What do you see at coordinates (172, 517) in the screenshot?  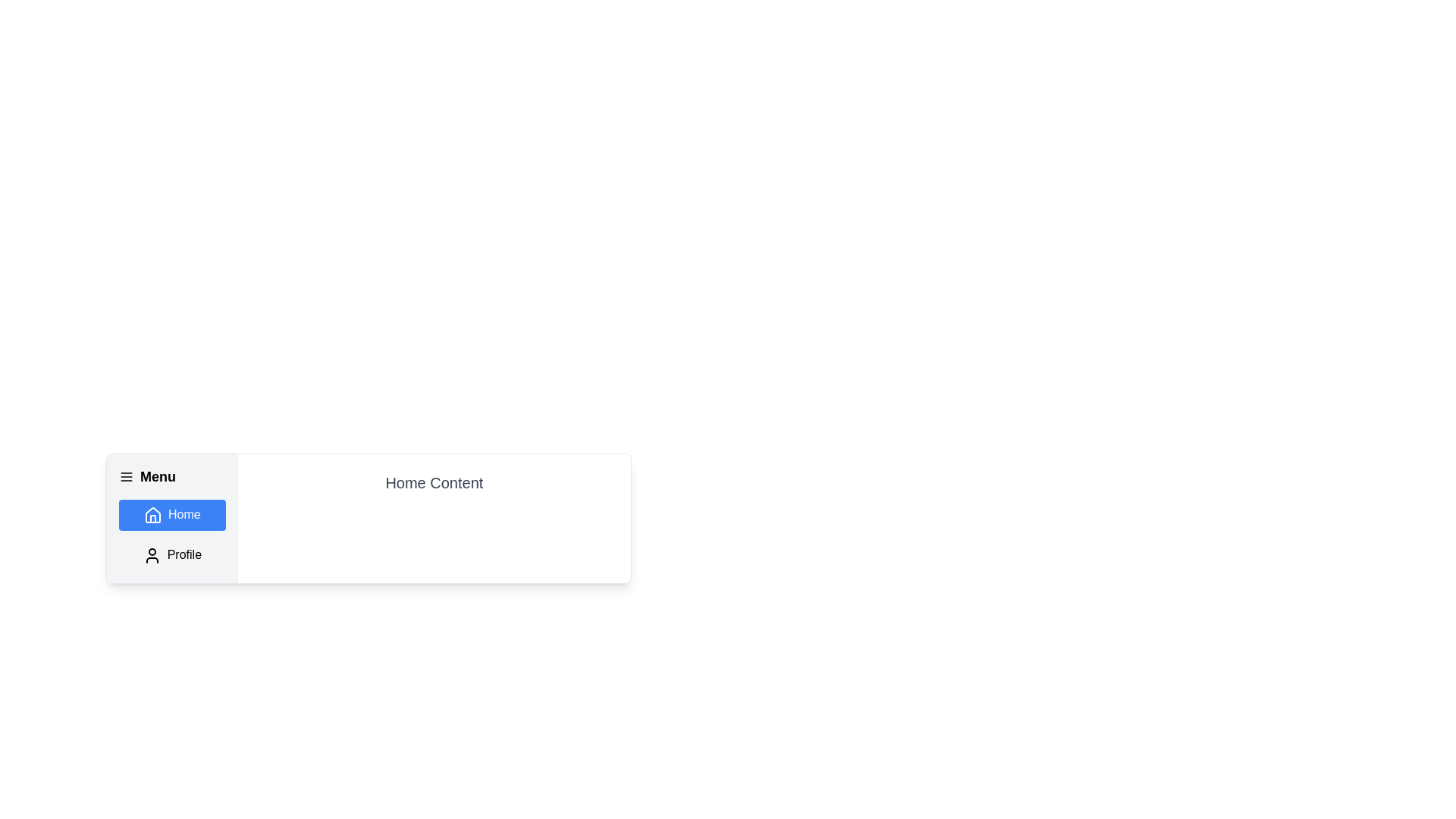 I see `the Sidebar navigation menu which has a light gray background and contains the 'Menu' header, 'Home' button, and 'Profile' option` at bounding box center [172, 517].